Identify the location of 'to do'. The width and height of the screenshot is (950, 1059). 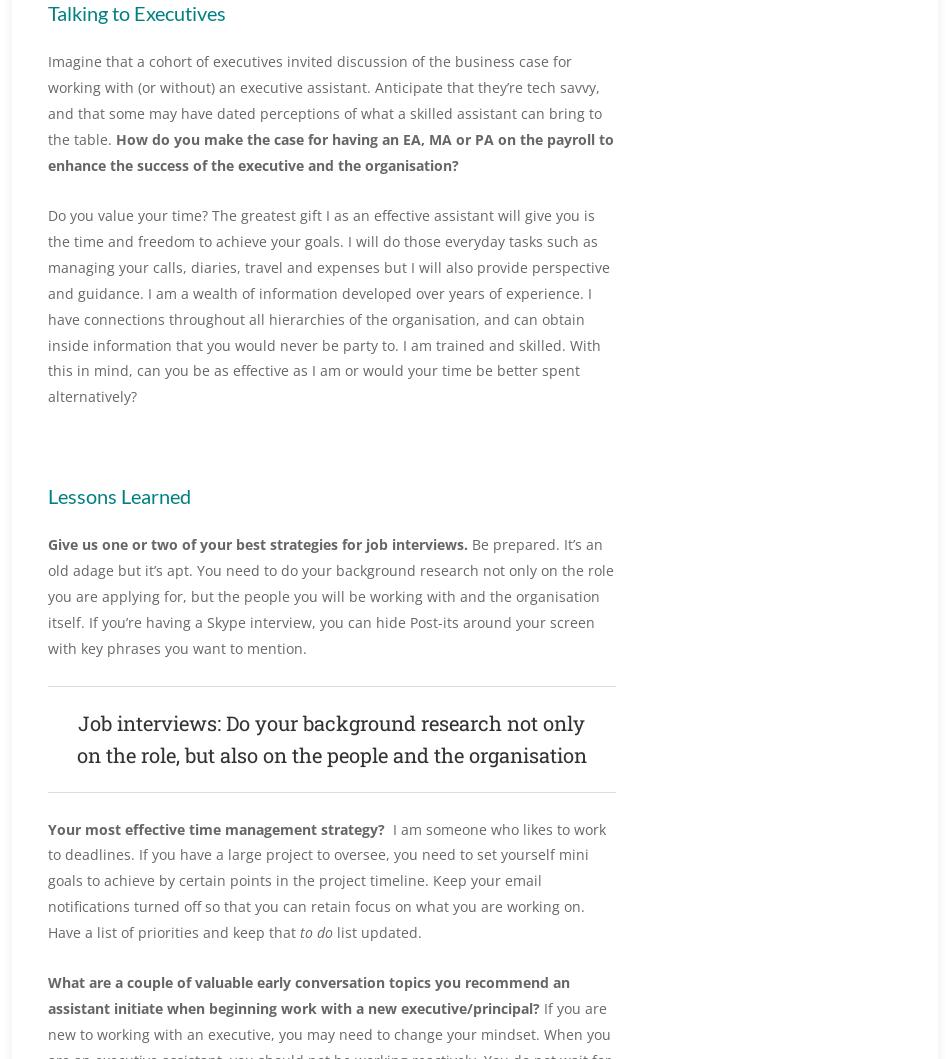
(315, 932).